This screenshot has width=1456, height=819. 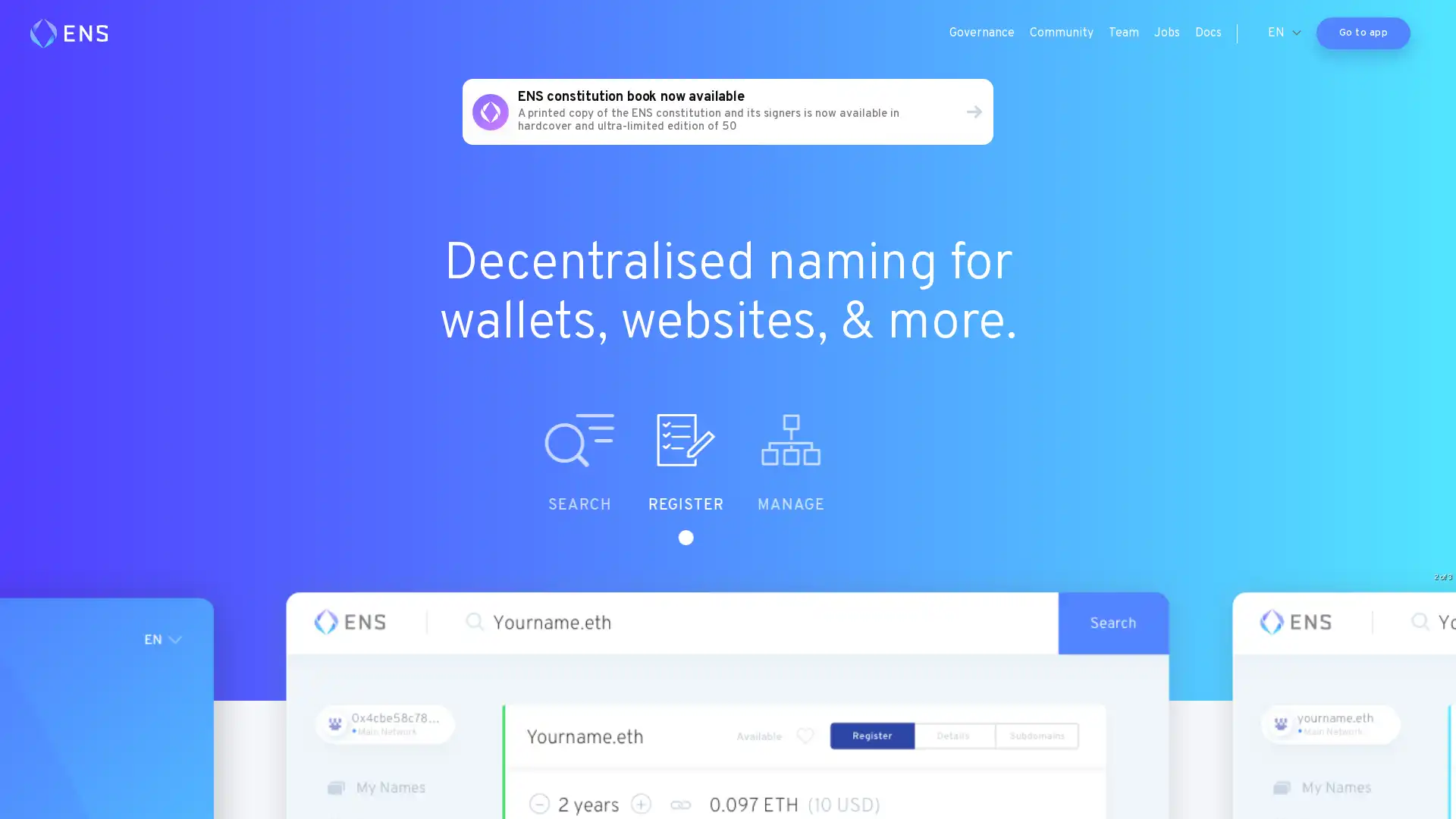 What do you see at coordinates (637, 479) in the screenshot?
I see `slide item 1` at bounding box center [637, 479].